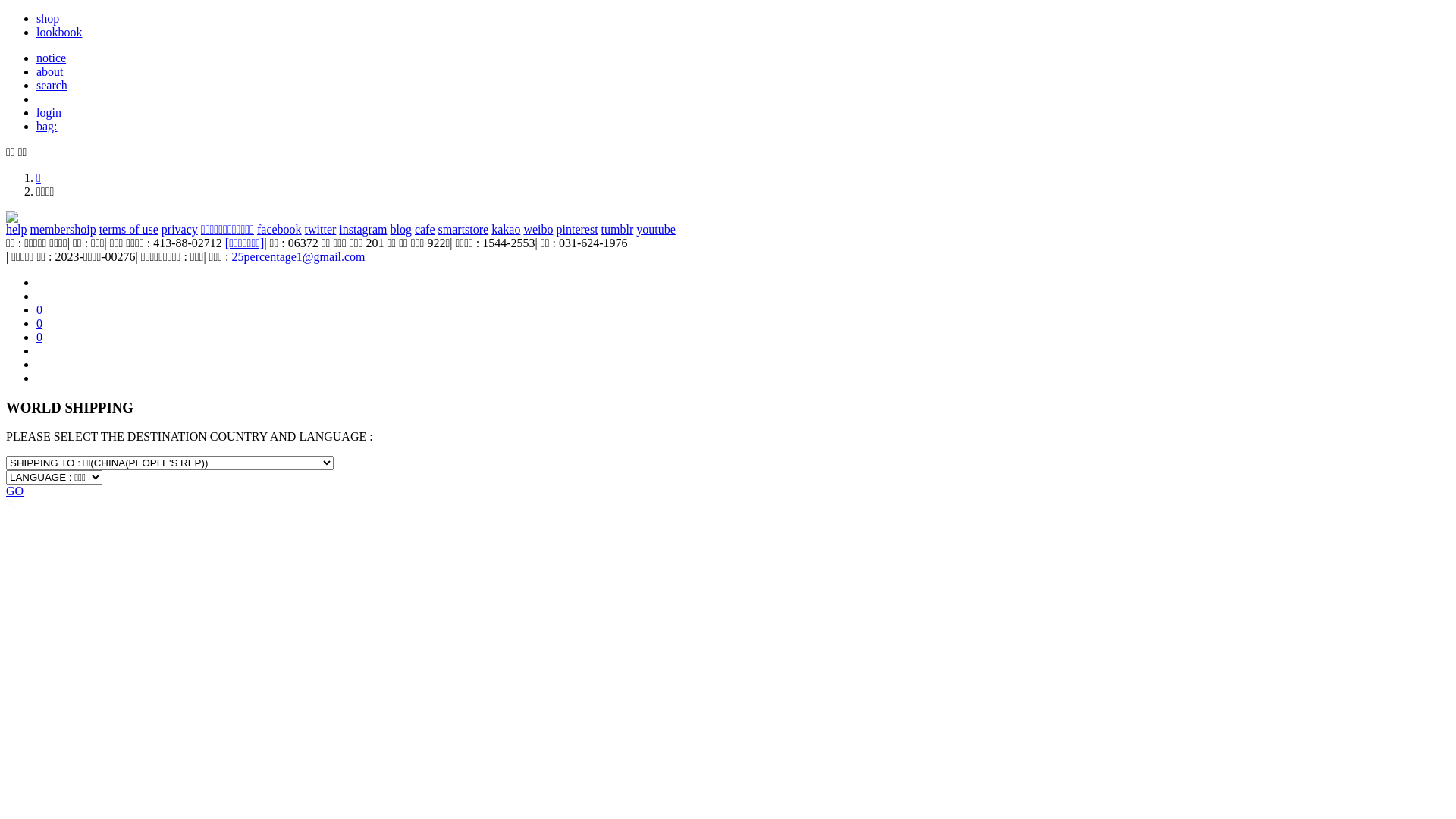 This screenshot has width=1456, height=819. Describe the element at coordinates (52, 85) in the screenshot. I see `'search'` at that location.